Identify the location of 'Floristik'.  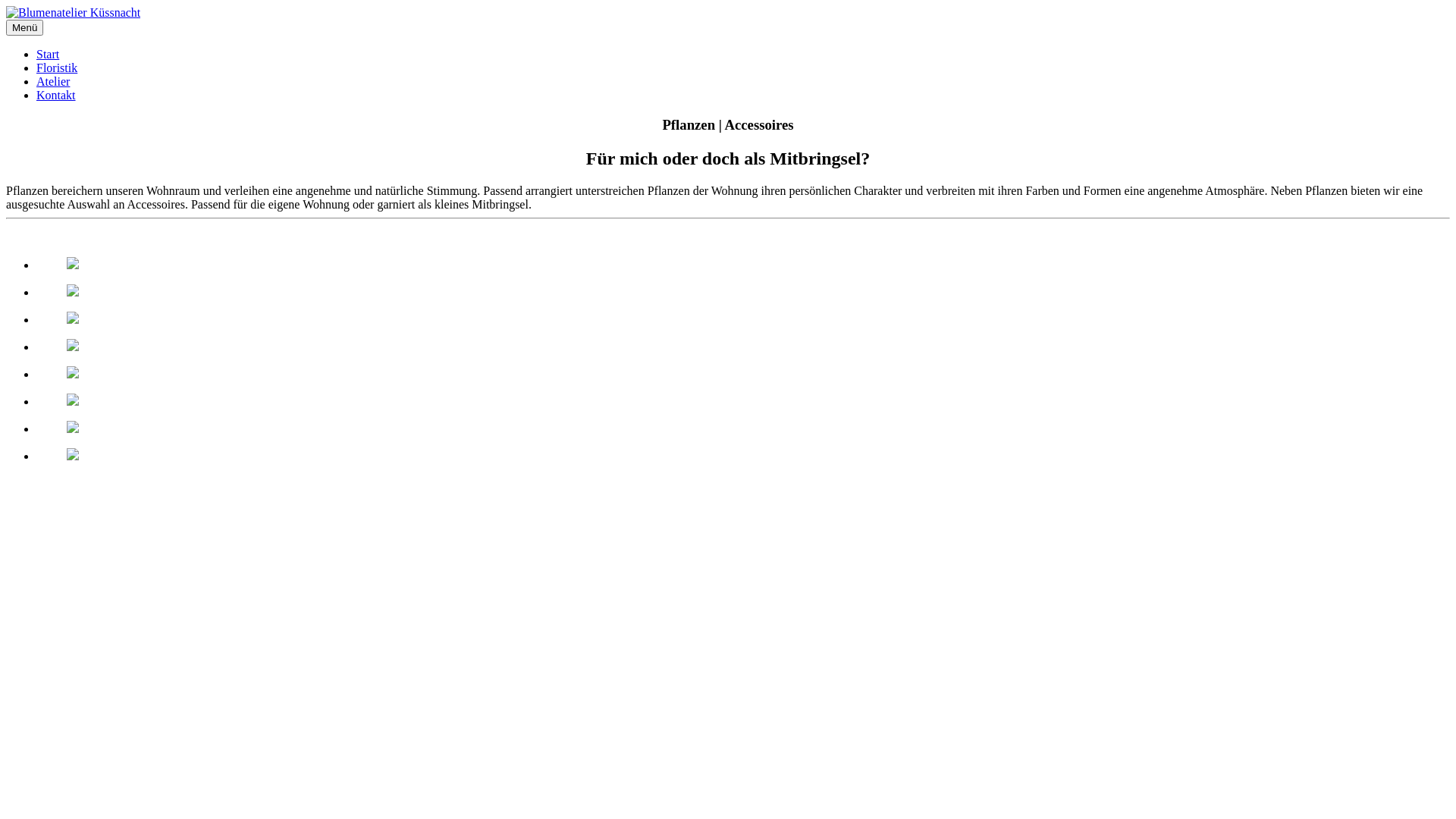
(57, 67).